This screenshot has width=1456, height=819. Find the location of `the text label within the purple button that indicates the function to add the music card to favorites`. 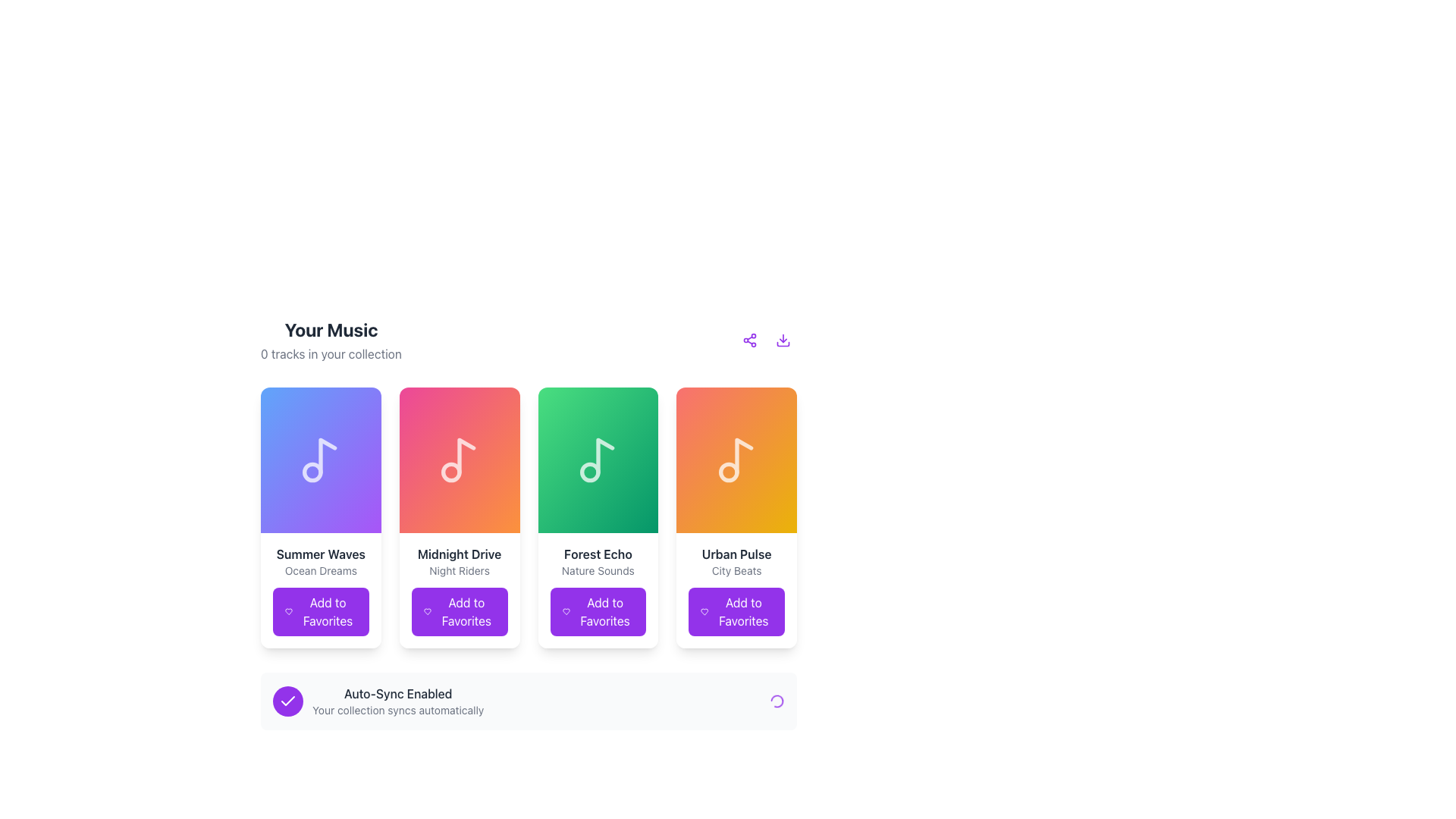

the text label within the purple button that indicates the function to add the music card to favorites is located at coordinates (327, 610).